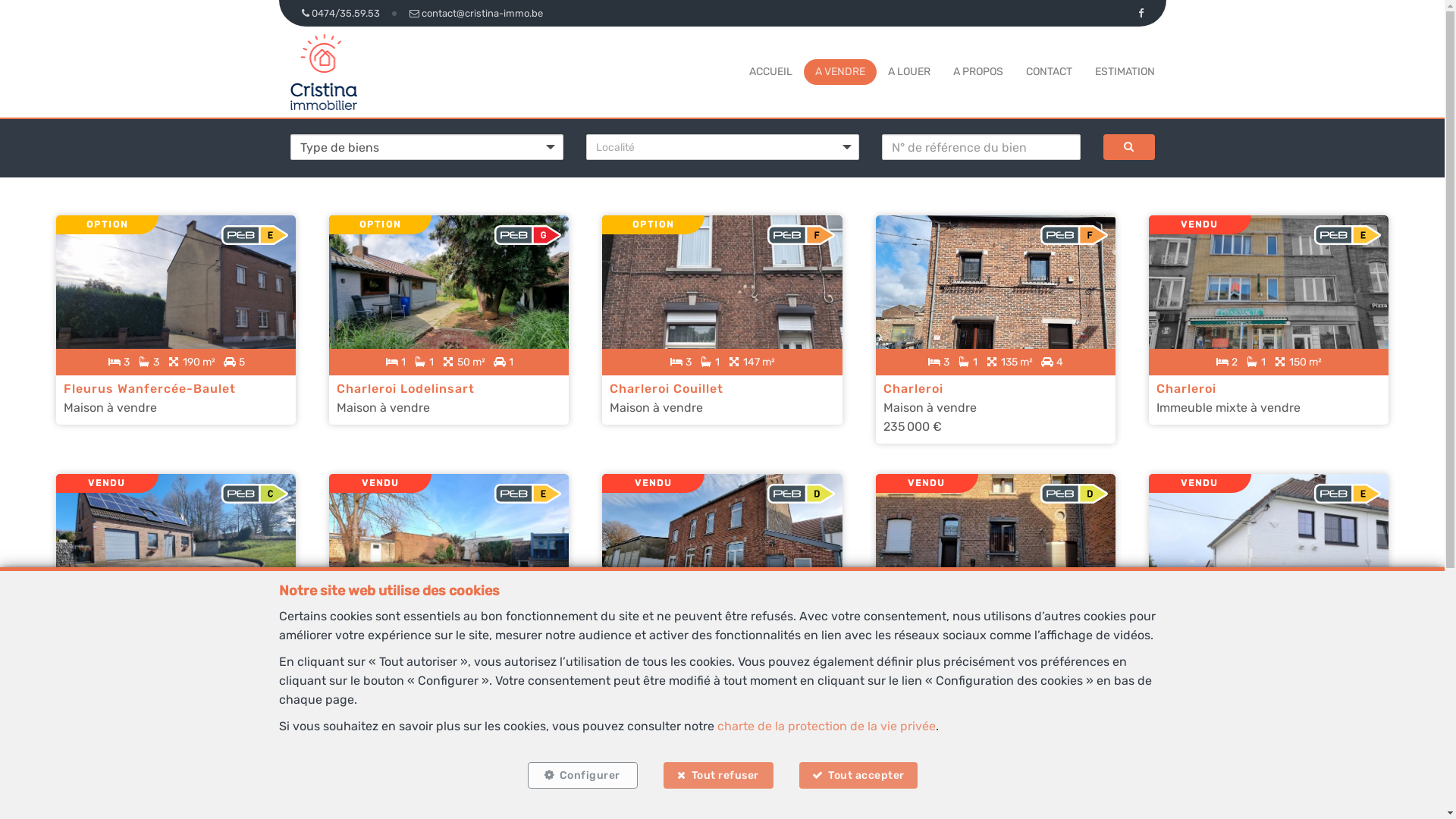  I want to click on 'Configurer', so click(582, 775).